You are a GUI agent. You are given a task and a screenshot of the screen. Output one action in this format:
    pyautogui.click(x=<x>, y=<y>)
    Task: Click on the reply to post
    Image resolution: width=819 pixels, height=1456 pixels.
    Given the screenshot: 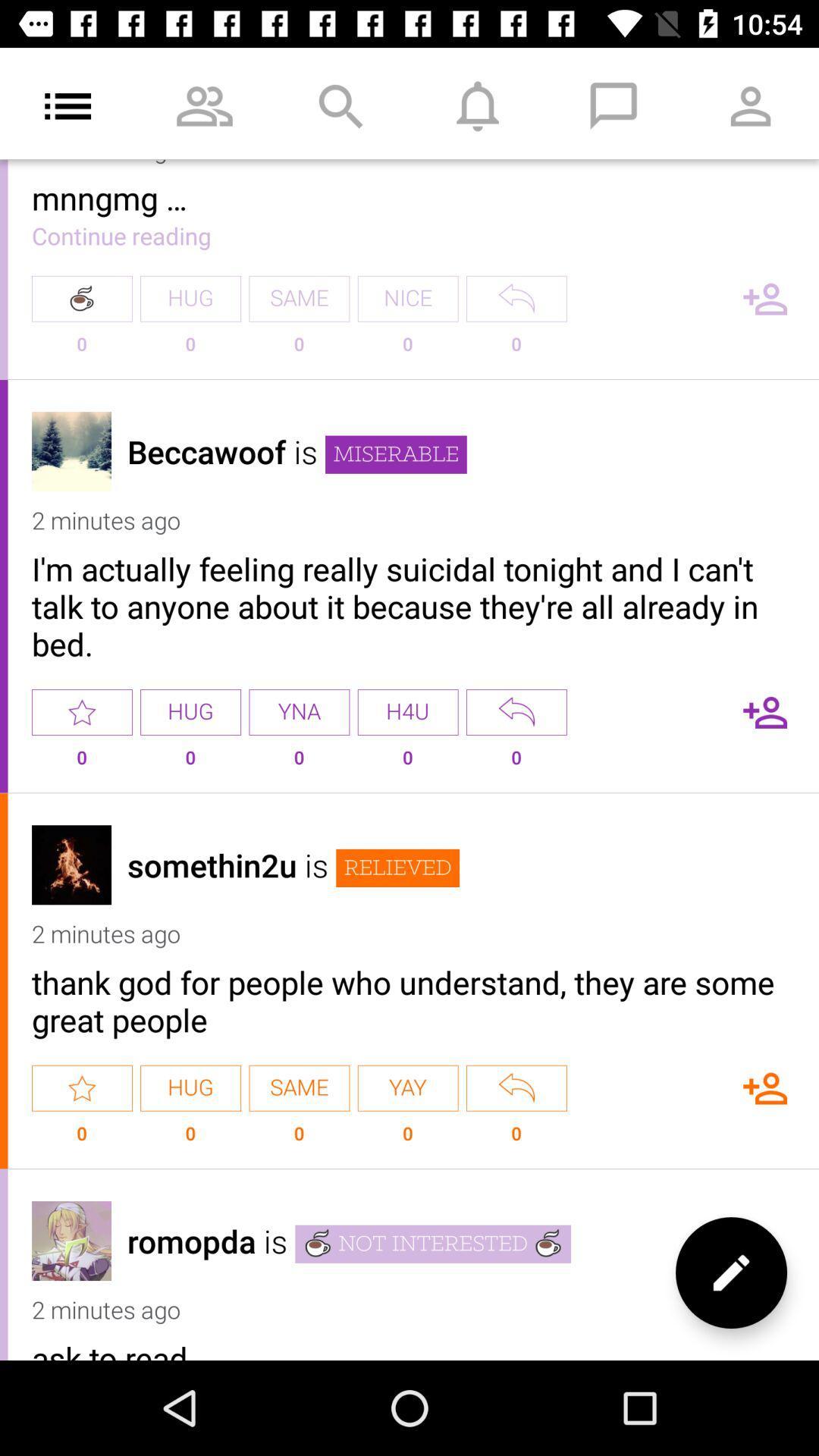 What is the action you would take?
    pyautogui.click(x=516, y=1087)
    